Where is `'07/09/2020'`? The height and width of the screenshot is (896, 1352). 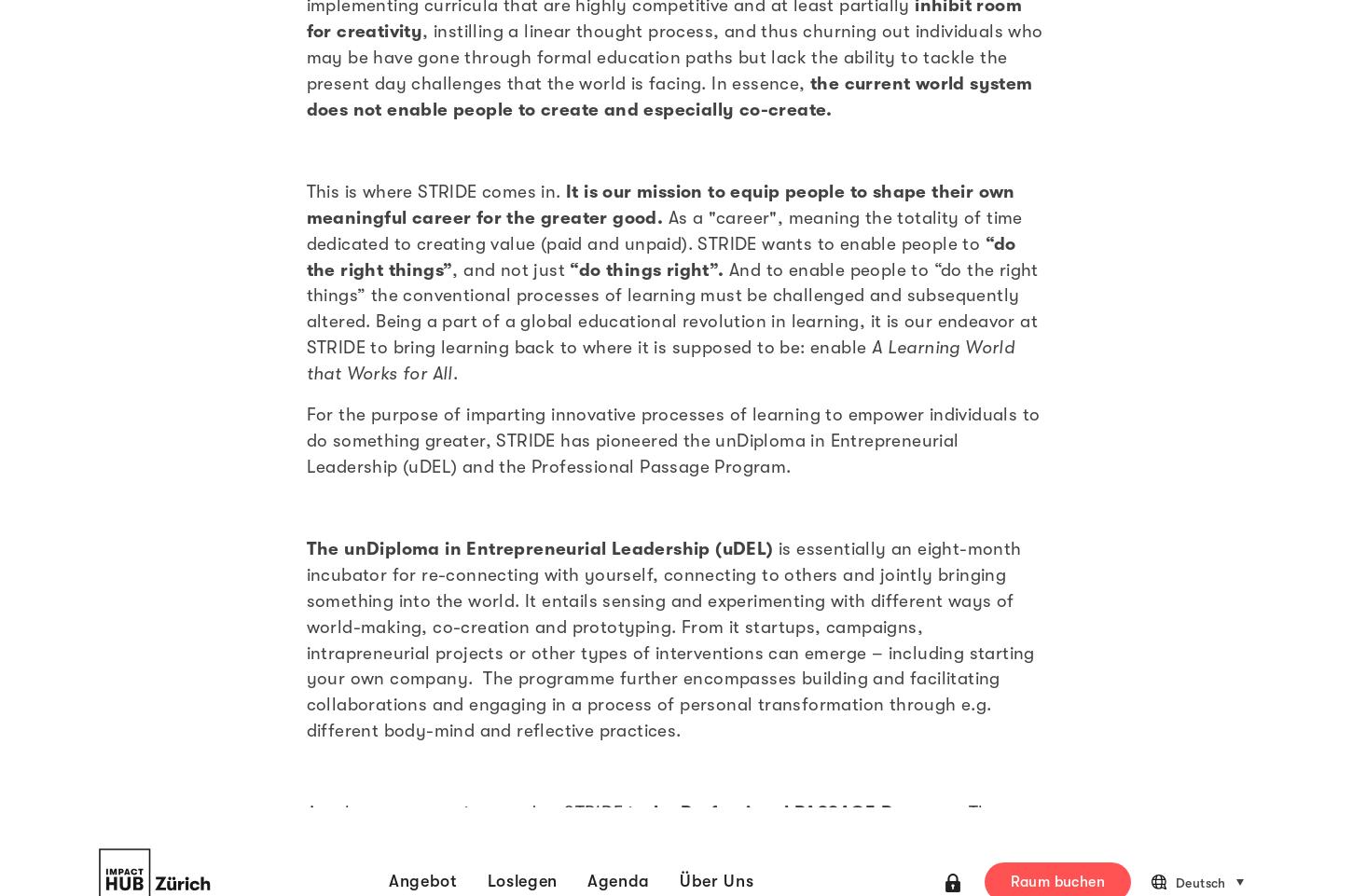
'07/09/2020' is located at coordinates (570, 15).